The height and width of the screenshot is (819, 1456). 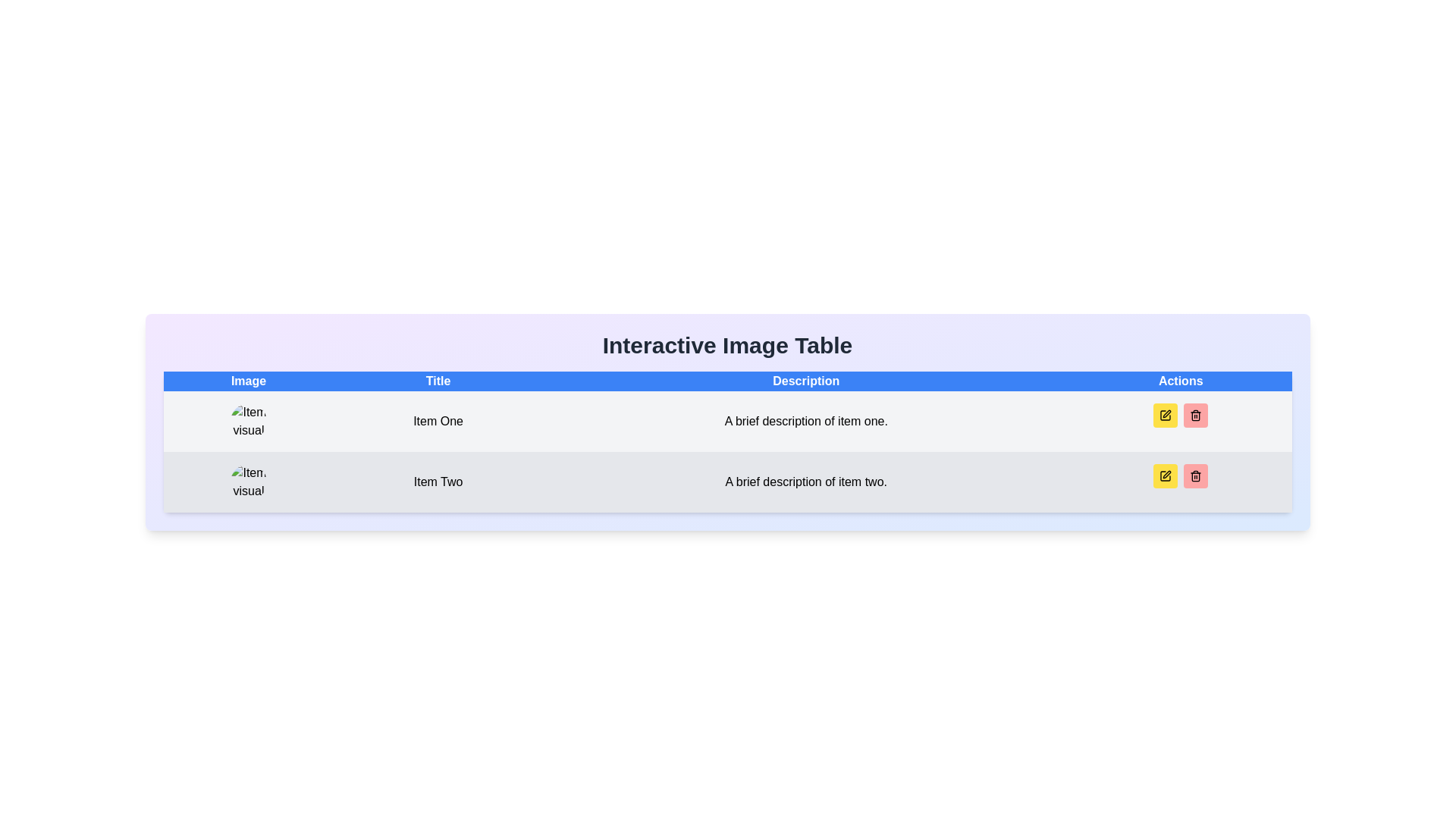 What do you see at coordinates (1165, 475) in the screenshot?
I see `the Icon button with a pen inside a square shape, located in the second row of the 'Actions' column` at bounding box center [1165, 475].